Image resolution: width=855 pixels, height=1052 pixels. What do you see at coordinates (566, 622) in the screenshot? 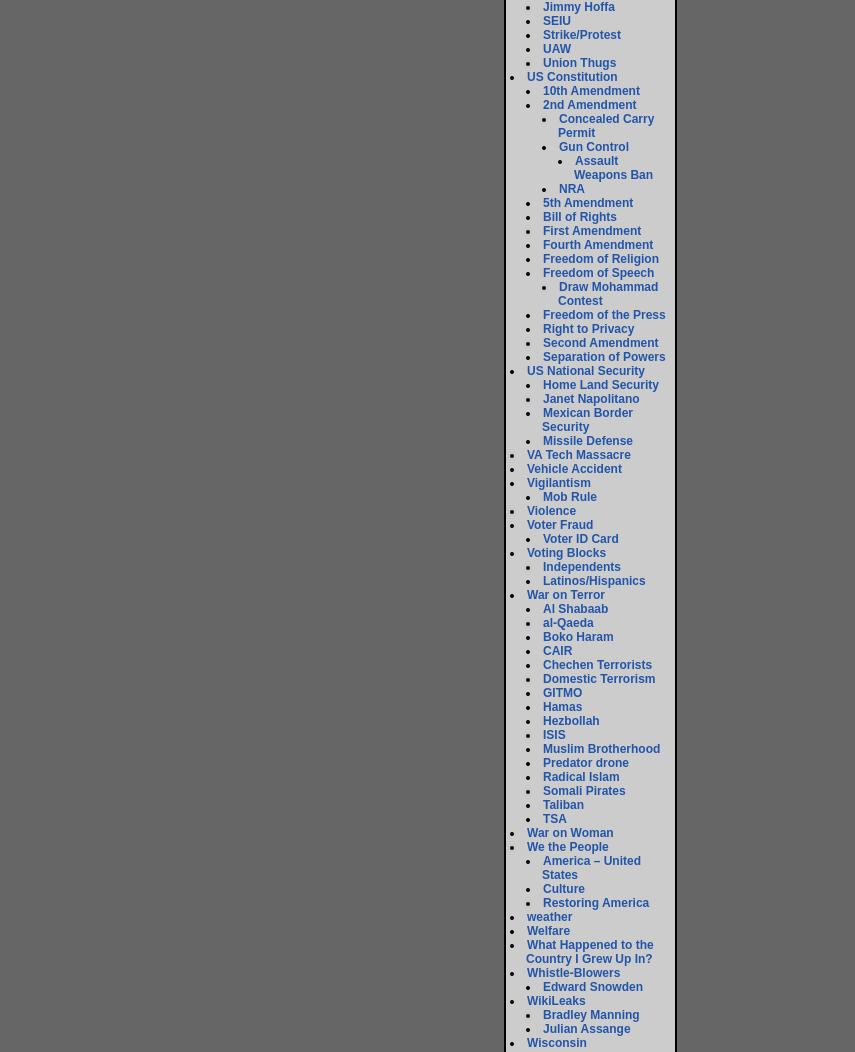
I see `'al-Qaeda'` at bounding box center [566, 622].